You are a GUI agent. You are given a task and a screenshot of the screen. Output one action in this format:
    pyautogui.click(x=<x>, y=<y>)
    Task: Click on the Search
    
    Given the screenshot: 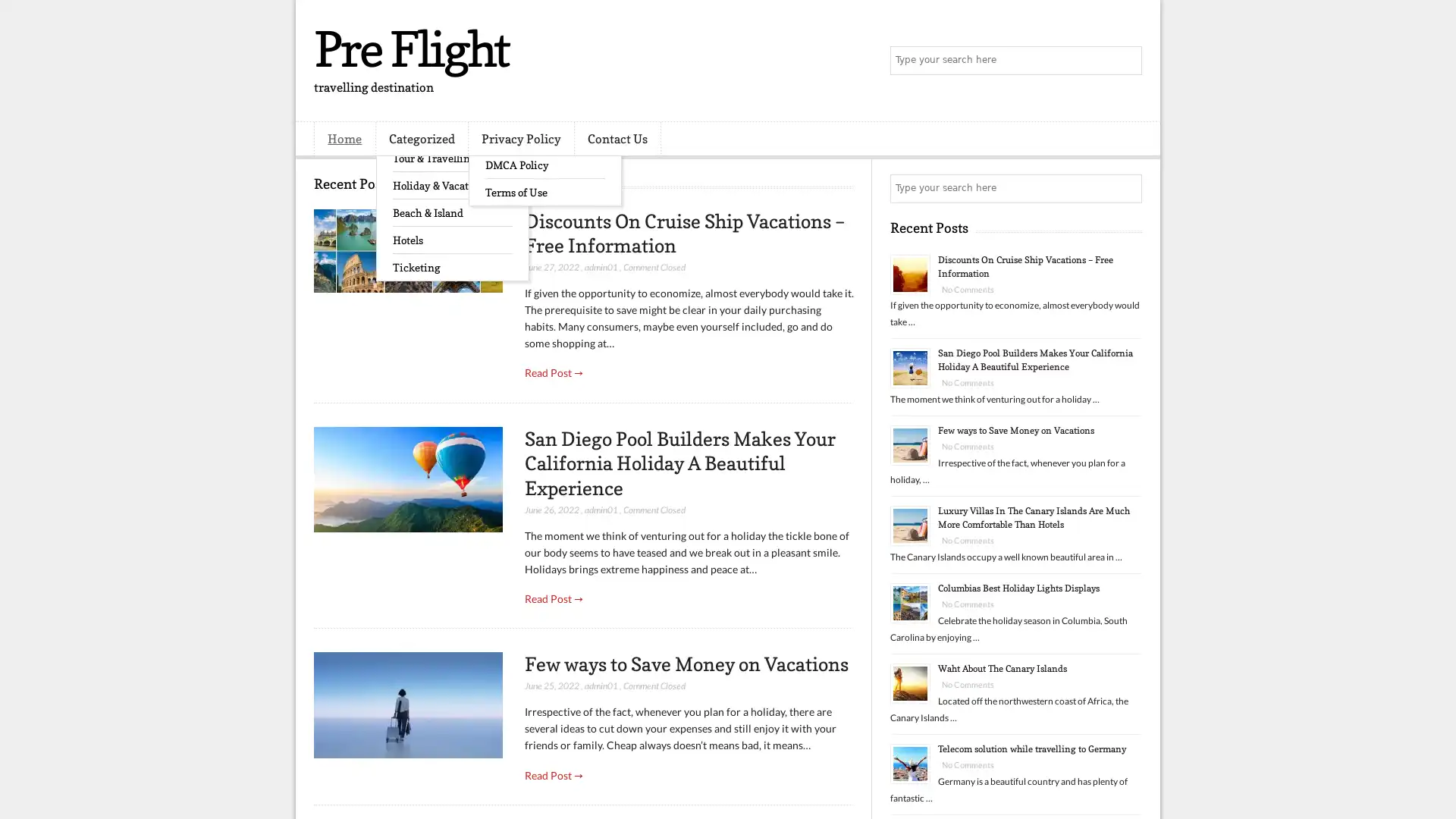 What is the action you would take?
    pyautogui.click(x=1126, y=61)
    